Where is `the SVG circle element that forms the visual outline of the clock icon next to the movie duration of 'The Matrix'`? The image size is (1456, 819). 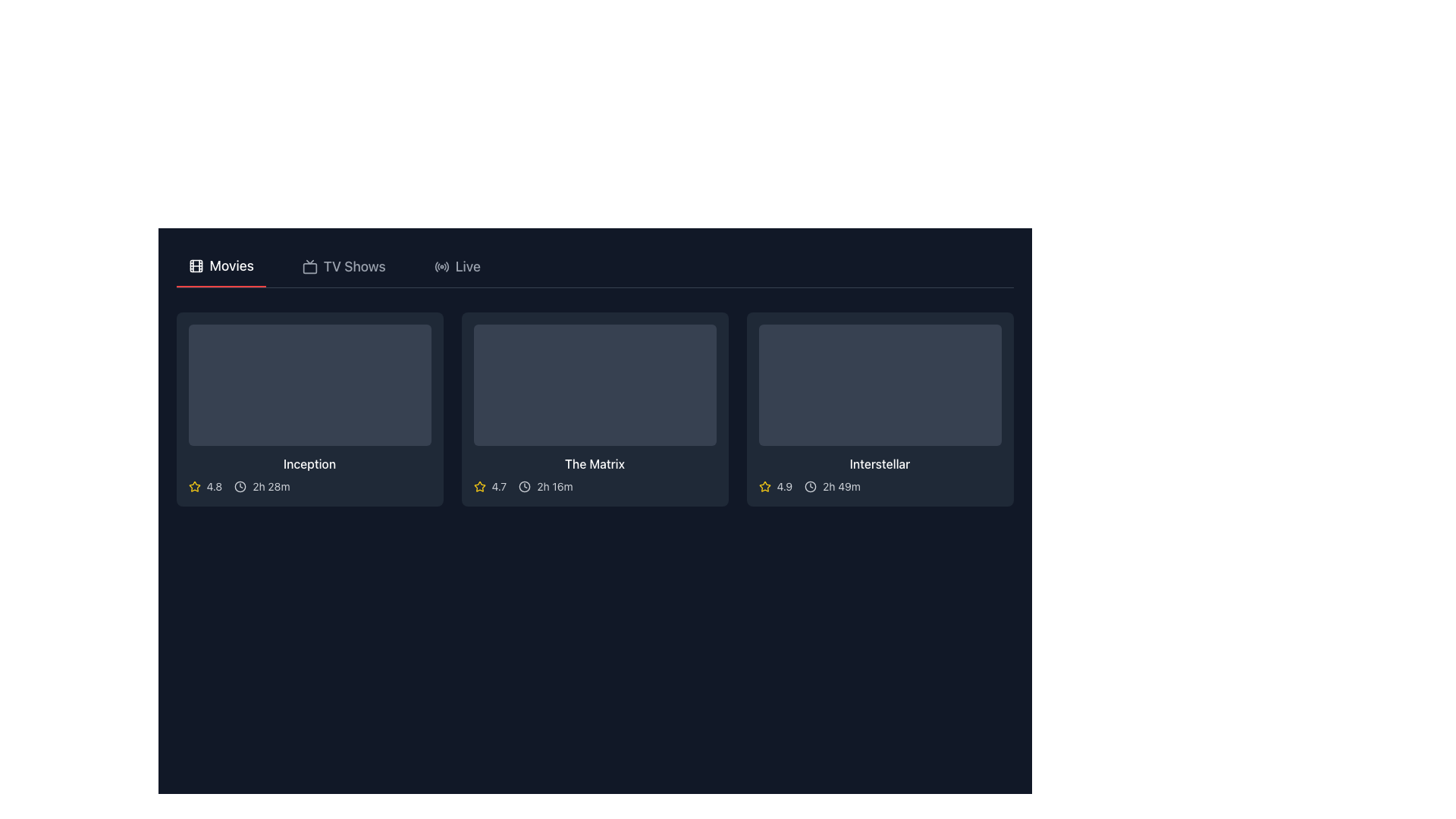 the SVG circle element that forms the visual outline of the clock icon next to the movie duration of 'The Matrix' is located at coordinates (525, 486).